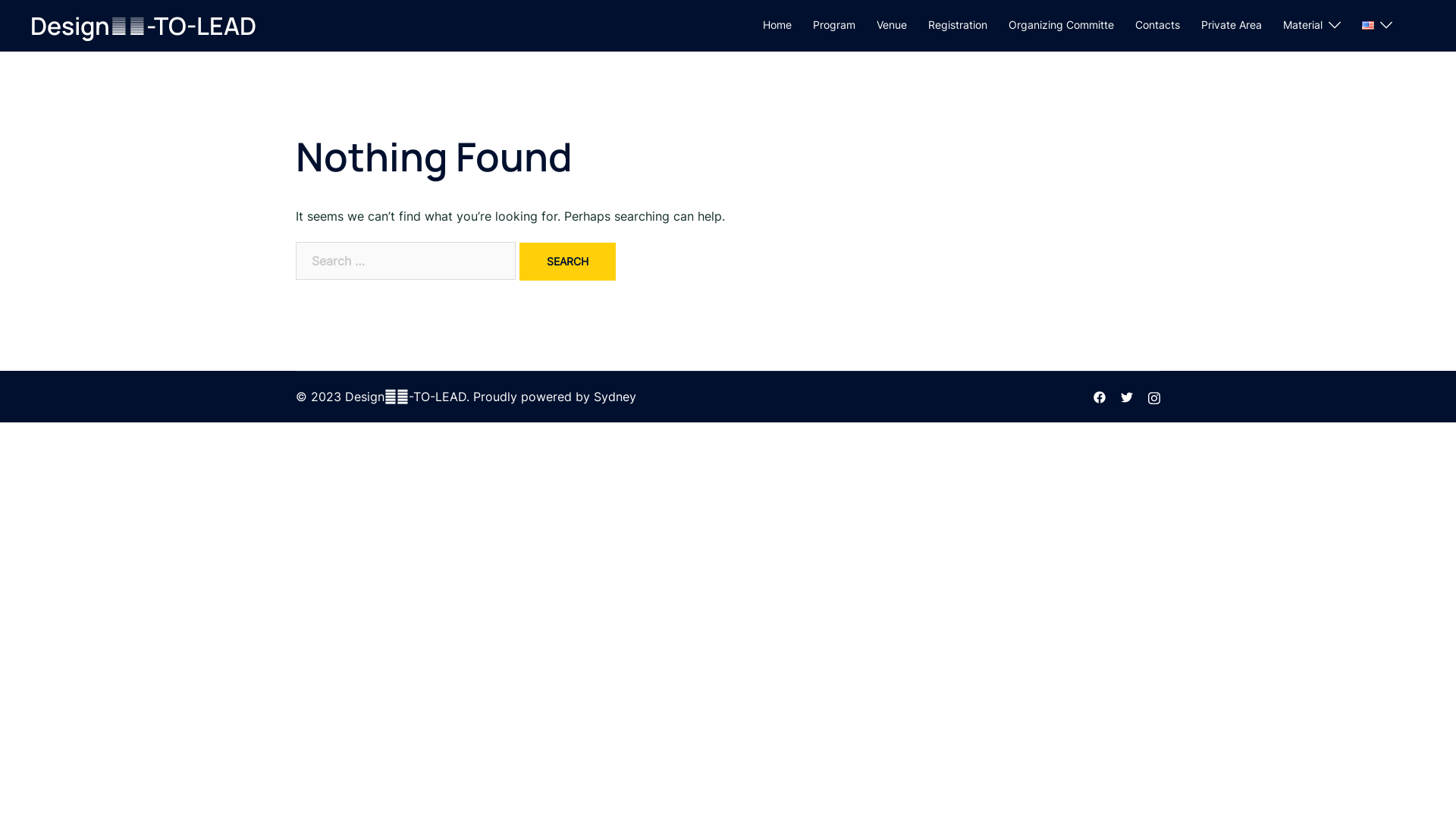 This screenshot has height=819, width=1456. Describe the element at coordinates (956, 25) in the screenshot. I see `'Registration'` at that location.